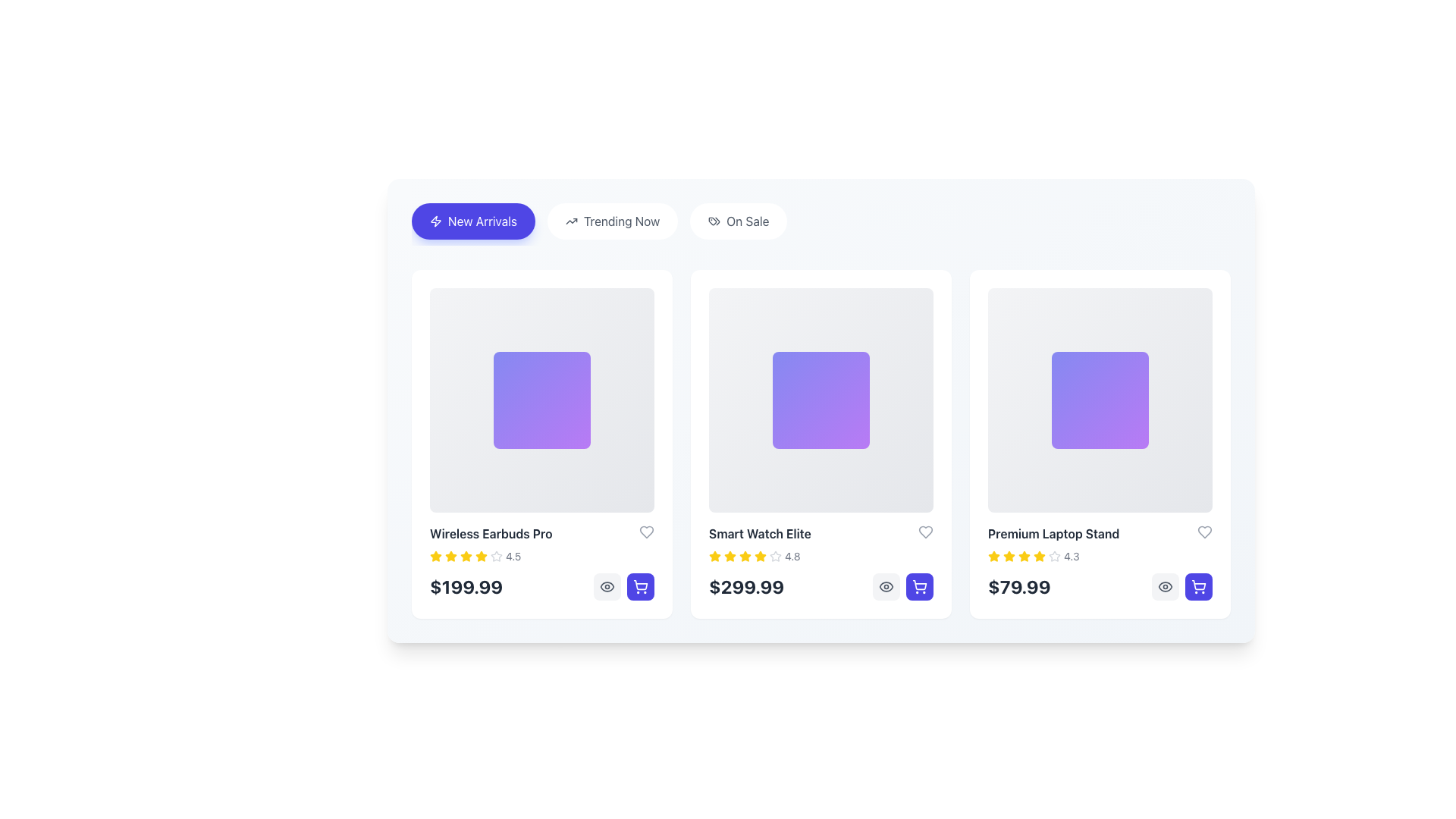  What do you see at coordinates (924, 532) in the screenshot?
I see `the favorite button located at the top-right corner of the 'Smart Watch Elite' product card` at bounding box center [924, 532].